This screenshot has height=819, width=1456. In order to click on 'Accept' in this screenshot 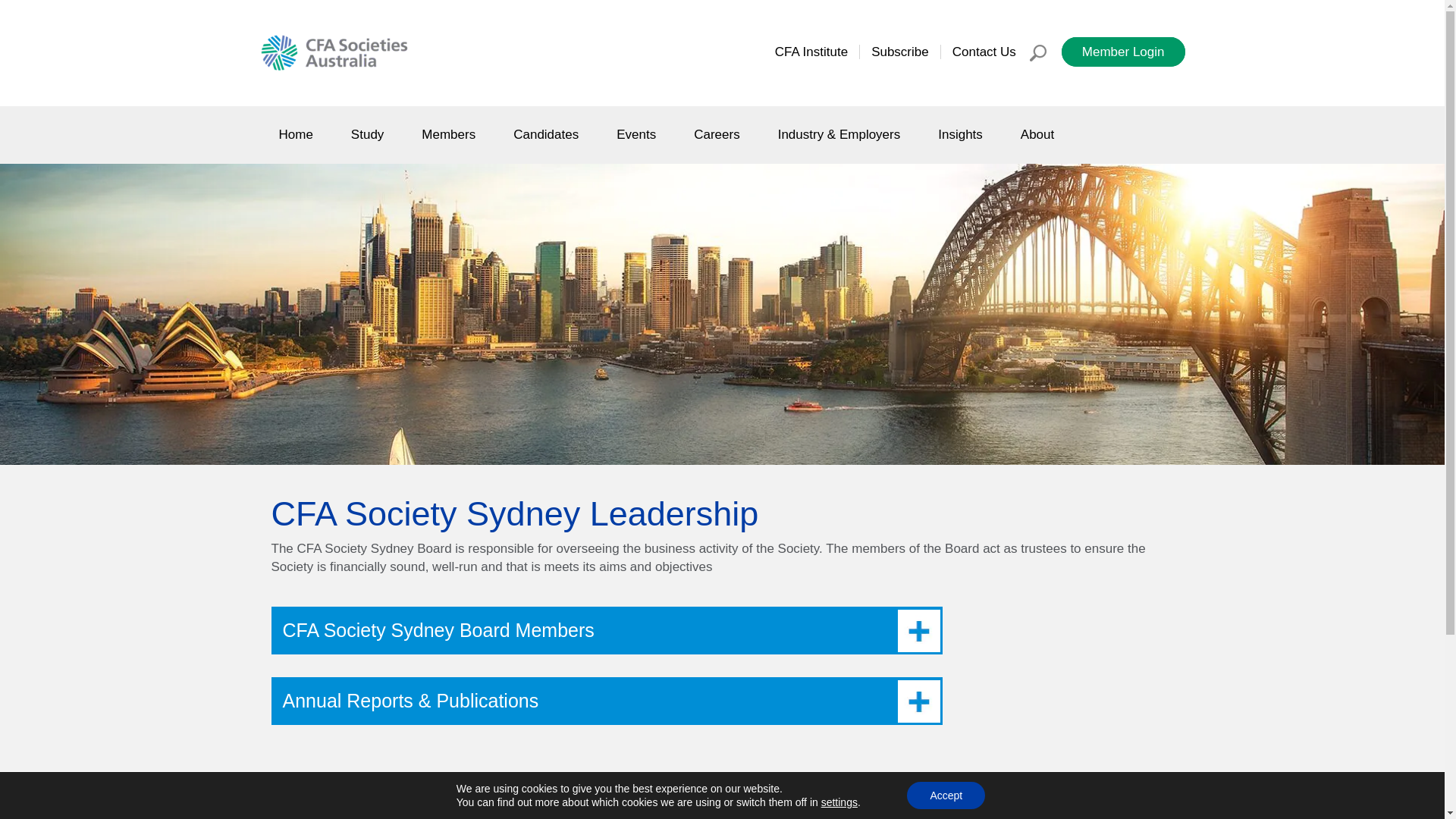, I will do `click(906, 795)`.